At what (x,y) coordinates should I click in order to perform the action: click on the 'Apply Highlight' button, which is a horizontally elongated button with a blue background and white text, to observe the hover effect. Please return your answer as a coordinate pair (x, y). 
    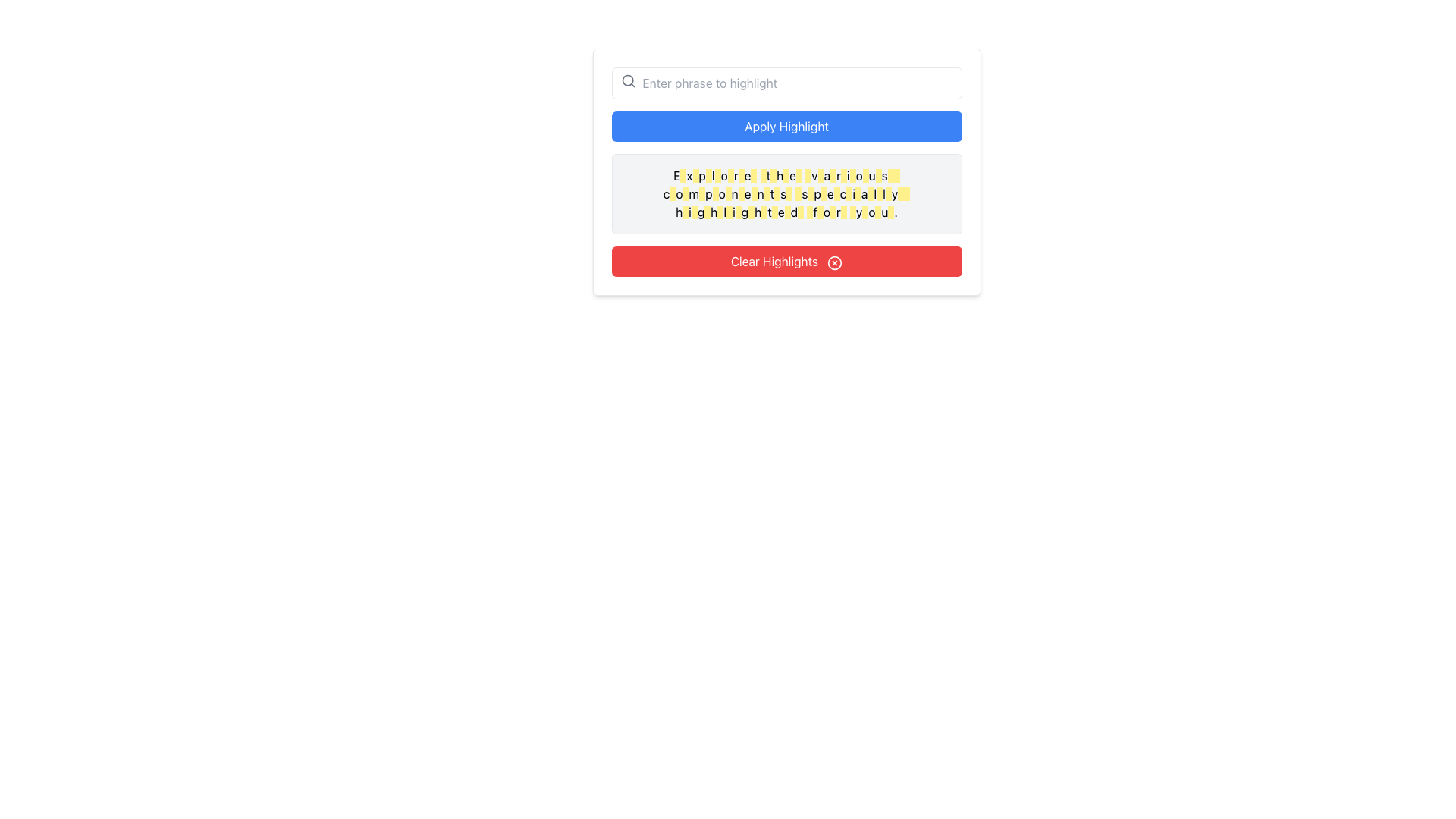
    Looking at the image, I should click on (786, 125).